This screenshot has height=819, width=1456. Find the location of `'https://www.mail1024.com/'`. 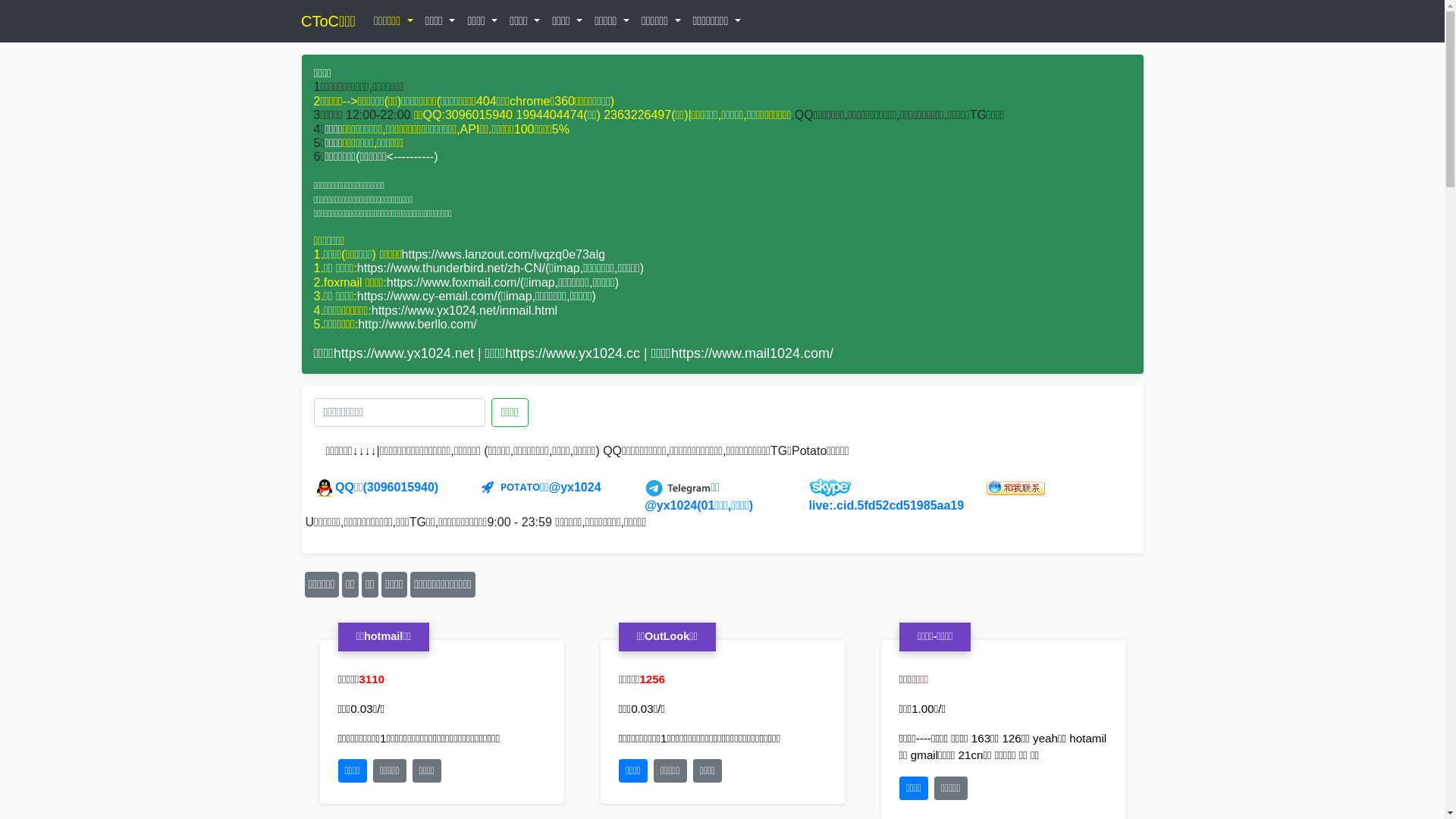

'https://www.mail1024.com/' is located at coordinates (752, 353).